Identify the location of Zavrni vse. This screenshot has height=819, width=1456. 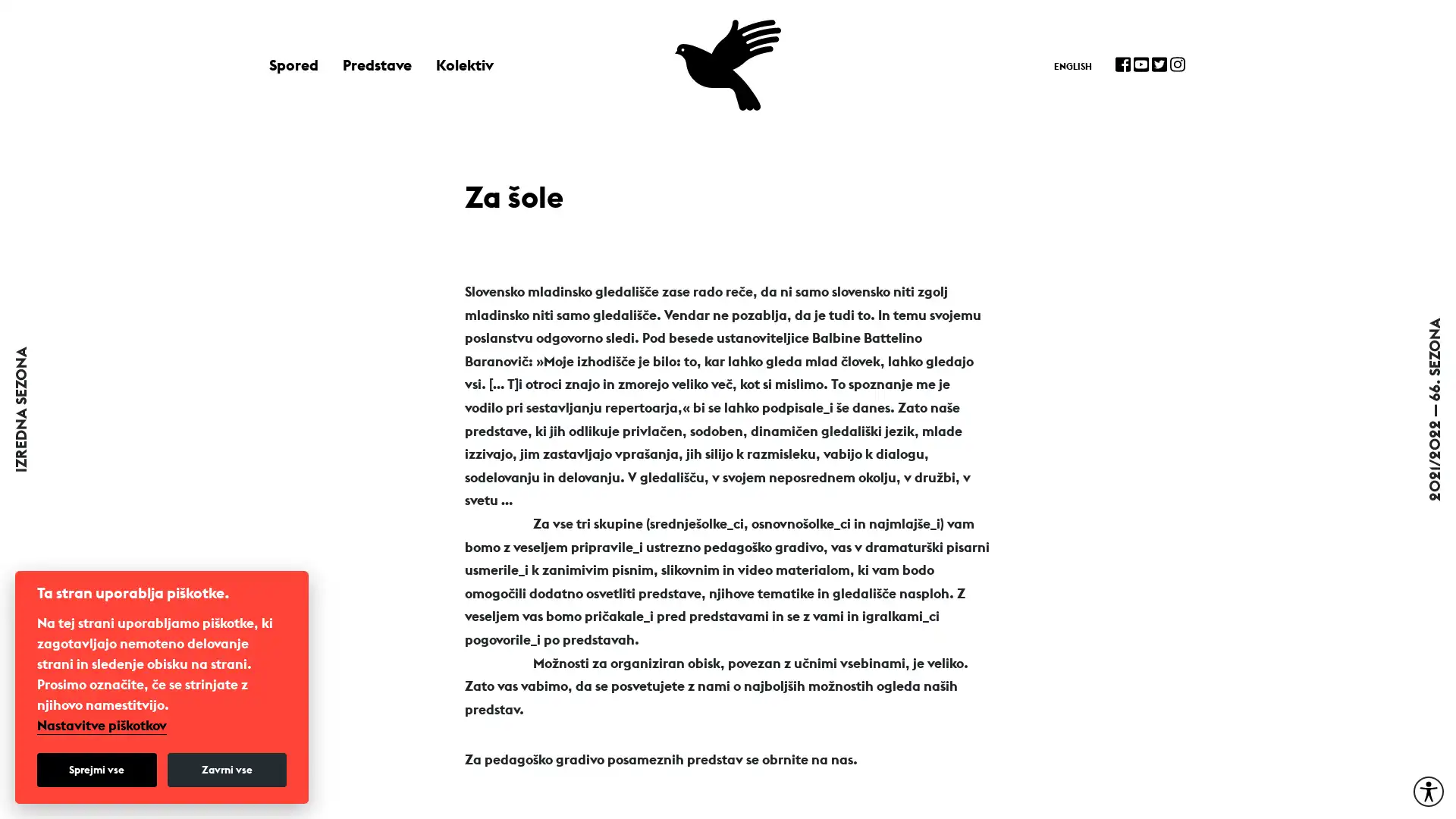
(225, 769).